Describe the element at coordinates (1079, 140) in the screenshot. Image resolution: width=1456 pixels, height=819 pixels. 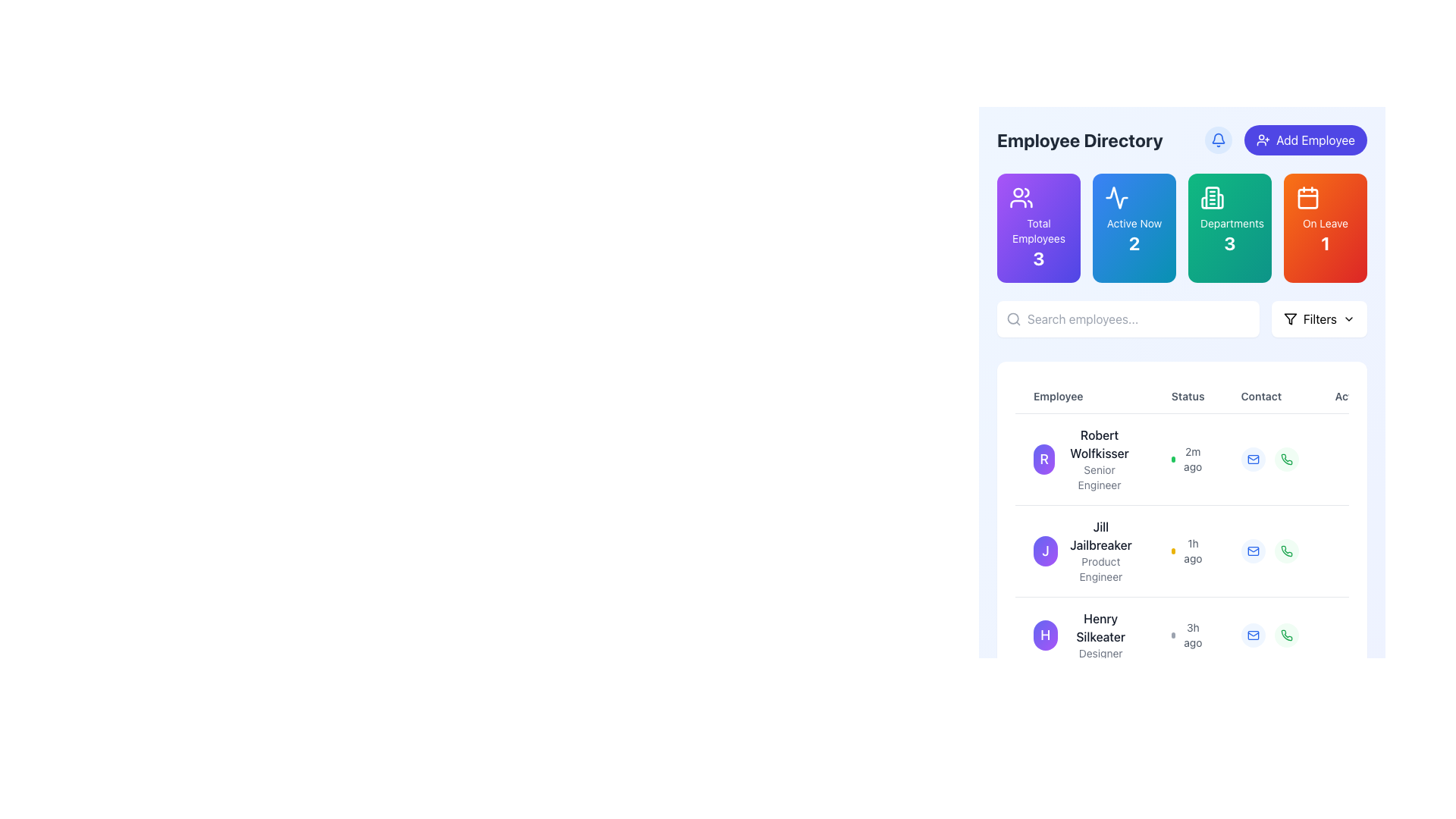
I see `text label that displays 'Employee Directory', which is a bold and large font styled in dark gray, located at the top-left section of the content area` at that location.